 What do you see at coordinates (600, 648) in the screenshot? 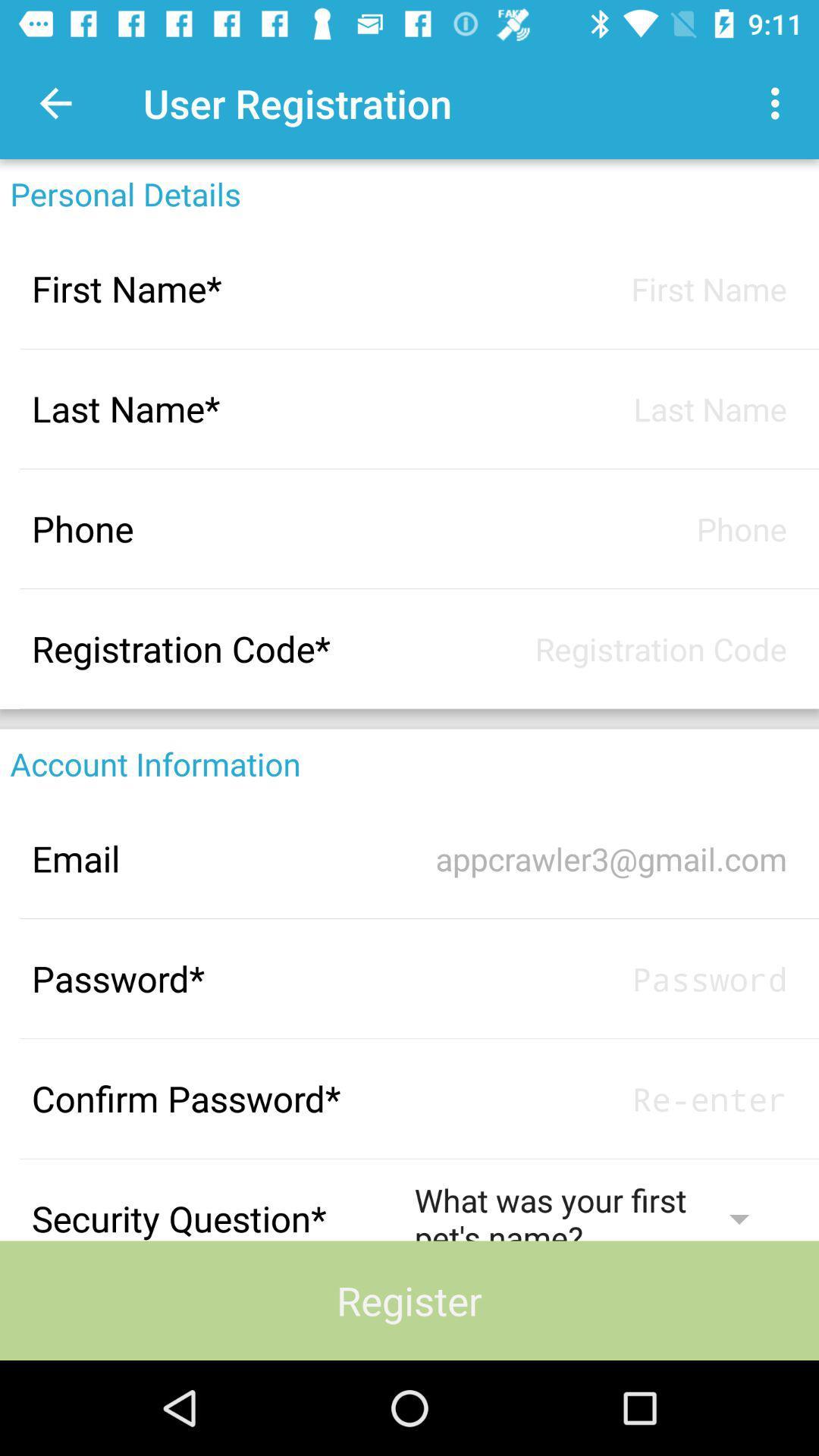
I see `blank column` at bounding box center [600, 648].